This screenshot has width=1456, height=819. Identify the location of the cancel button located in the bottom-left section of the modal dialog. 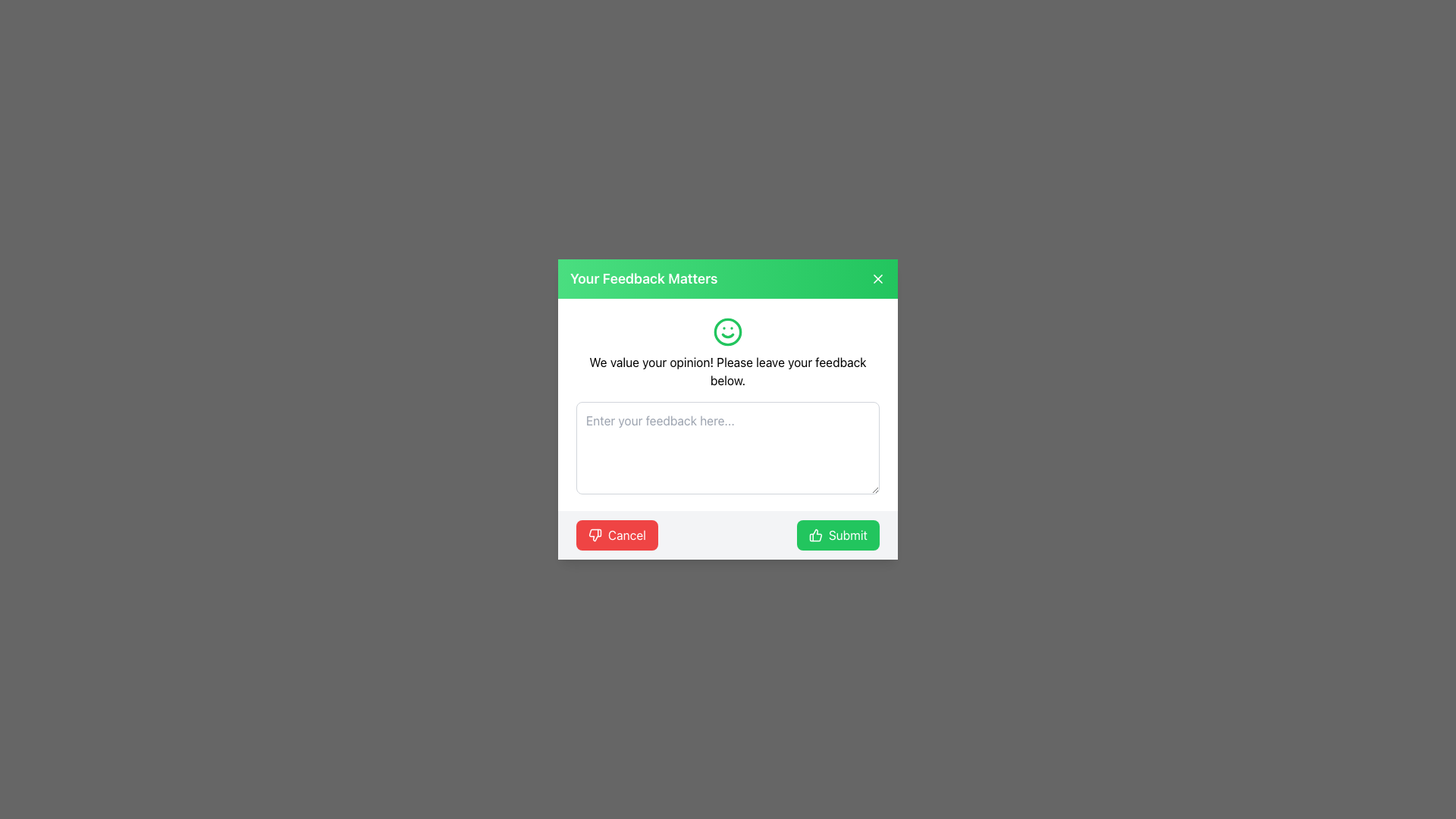
(617, 534).